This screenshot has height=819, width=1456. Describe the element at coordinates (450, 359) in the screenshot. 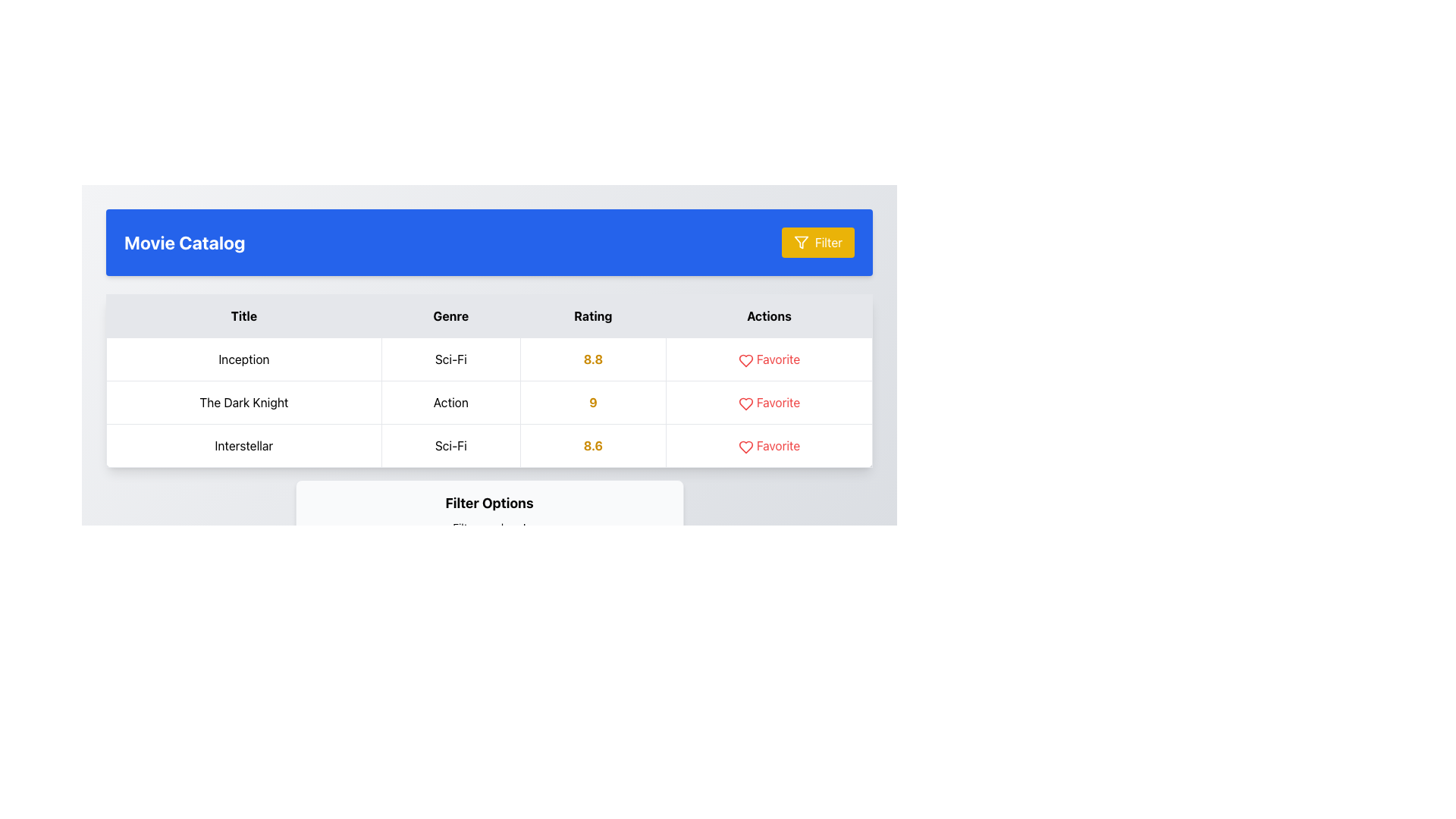

I see `the non-interactive text label indicating the genre 'Sci-Fi' for the title 'Inception', which is located in the 'Genre' column of the table layout` at that location.